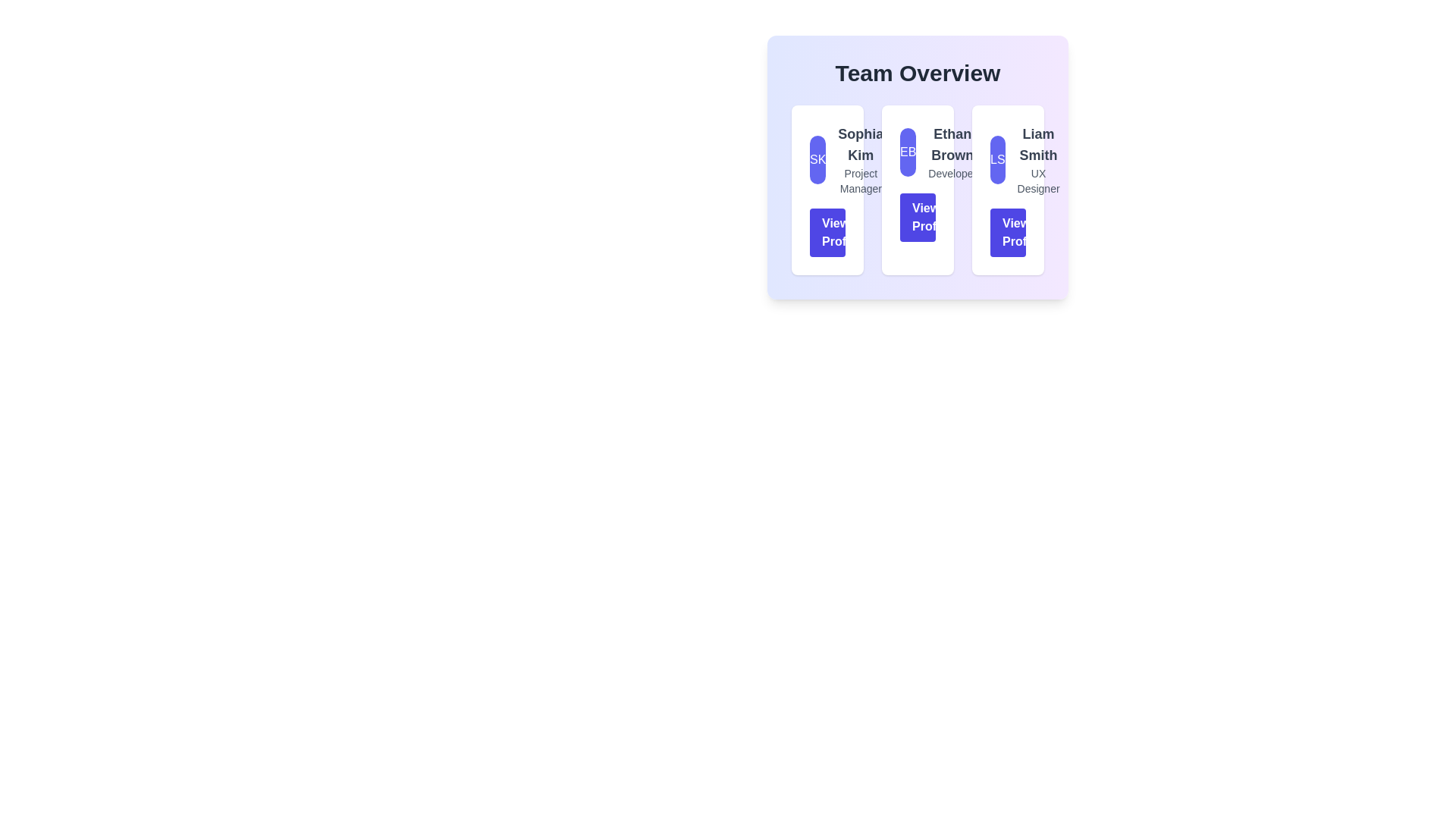 The width and height of the screenshot is (1456, 819). I want to click on the text label indicating the name of the team member 'Ethan Brown', which is located in the middle column of the 'Team Overview' section, above the 'Developer' label, so click(952, 145).